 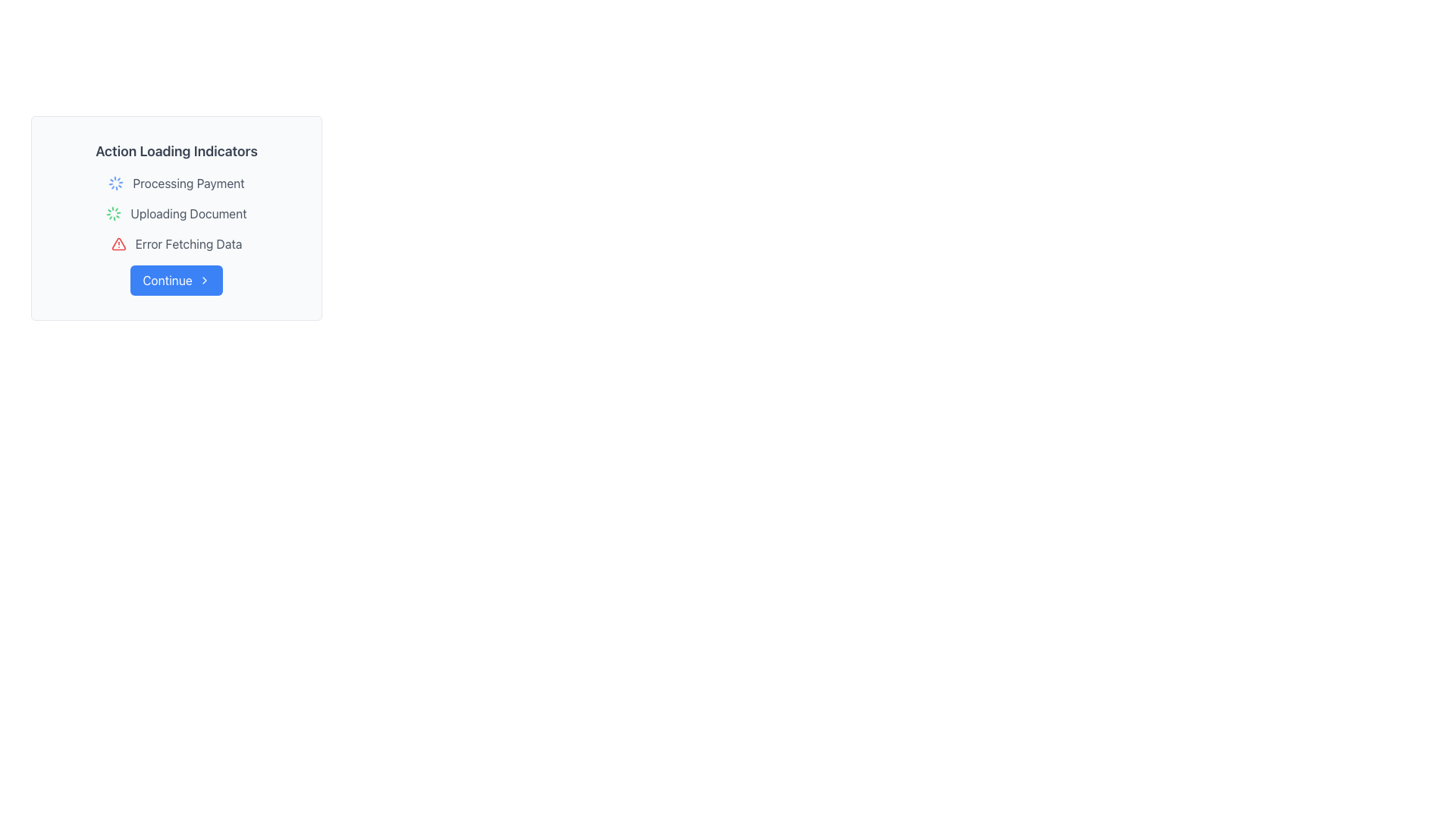 I want to click on the error icon indicating 'Error Fetching Data', located to the left of the corresponding text in the interface, so click(x=118, y=243).